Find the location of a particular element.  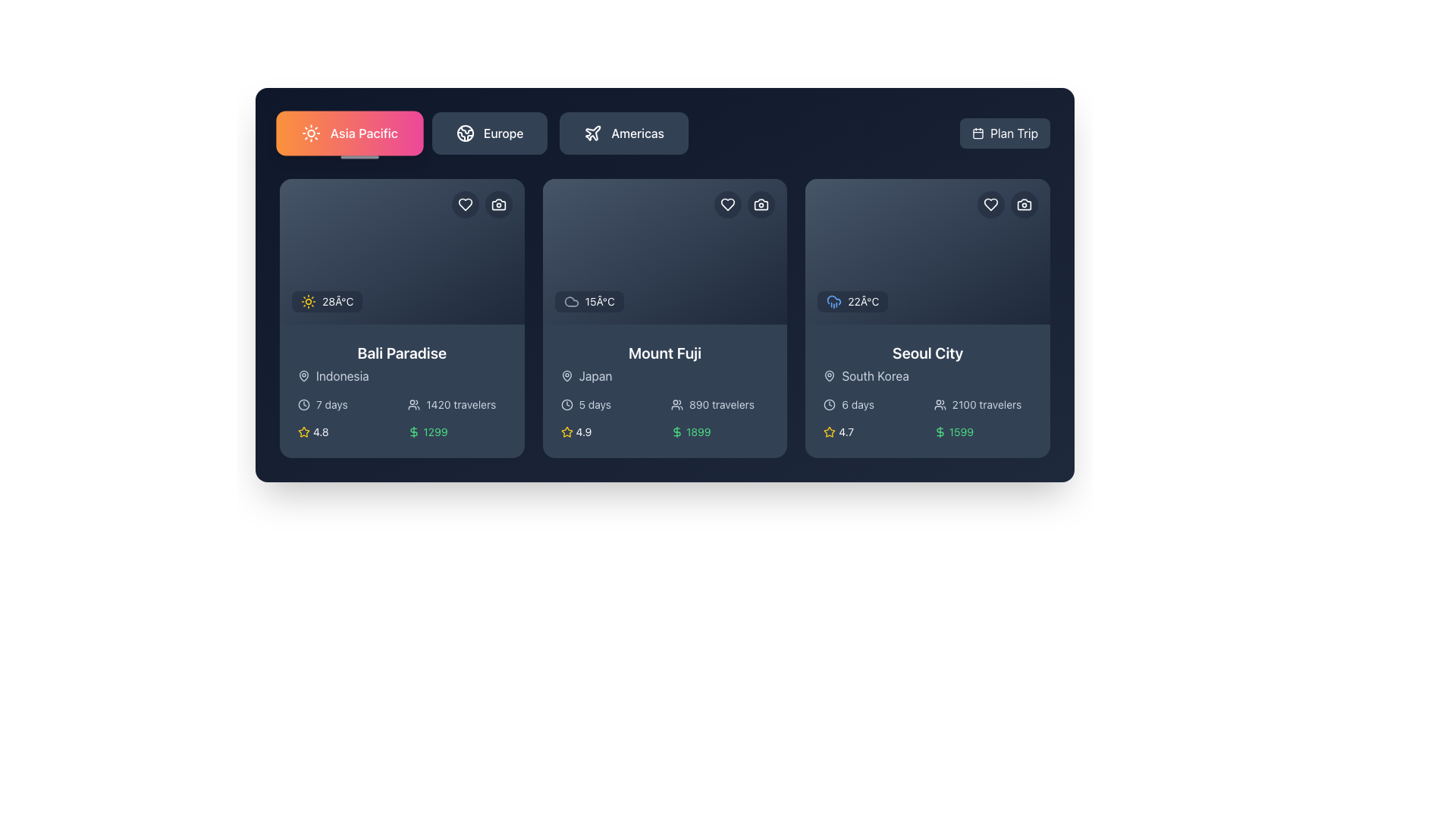

the static text label indicating the price of a travel option on the 'Bali Paradise' card, located at the bottom center of the card, to the right of the dollar sign icon is located at coordinates (435, 432).